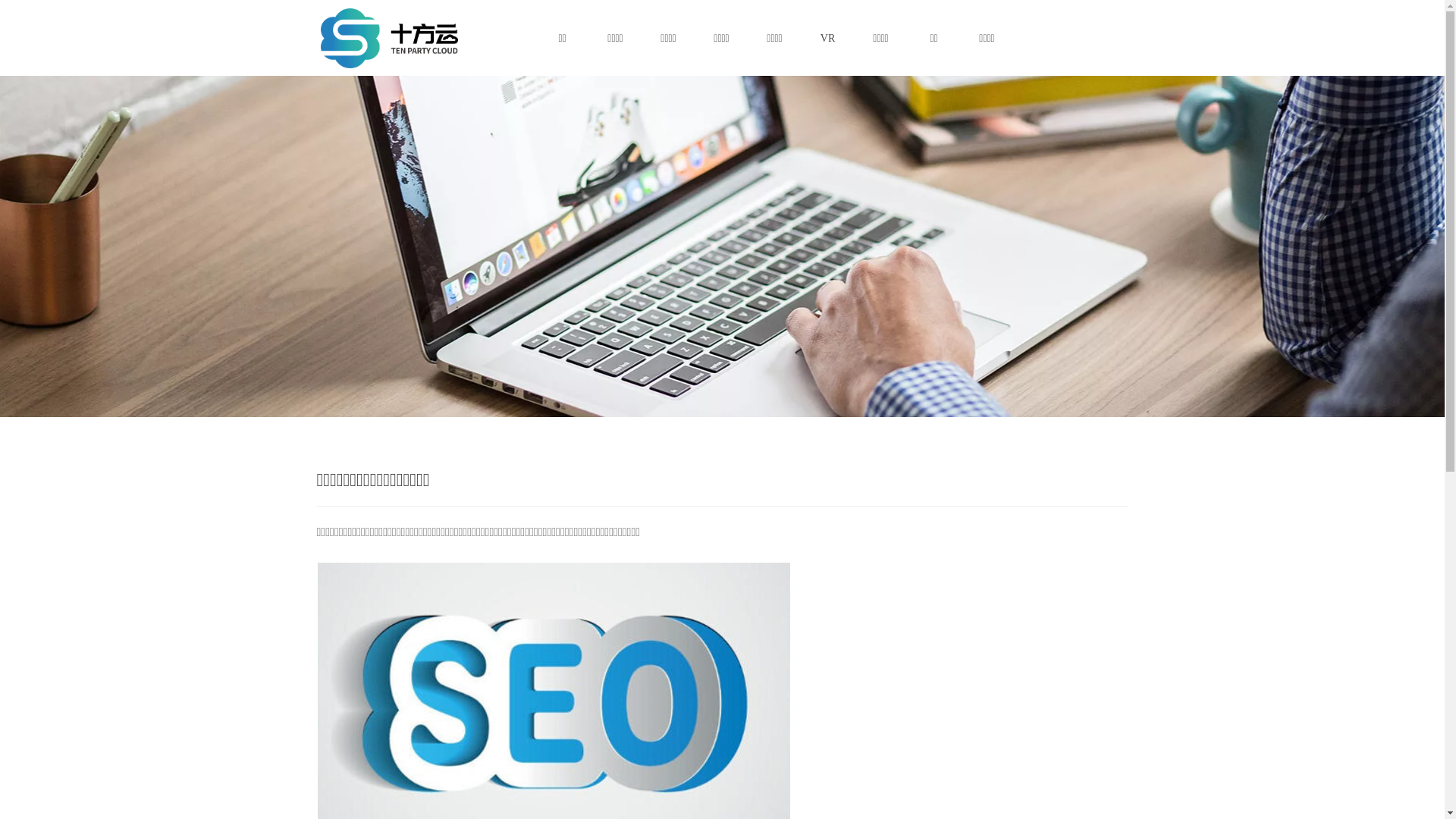  Describe the element at coordinates (826, 37) in the screenshot. I see `'VR'` at that location.